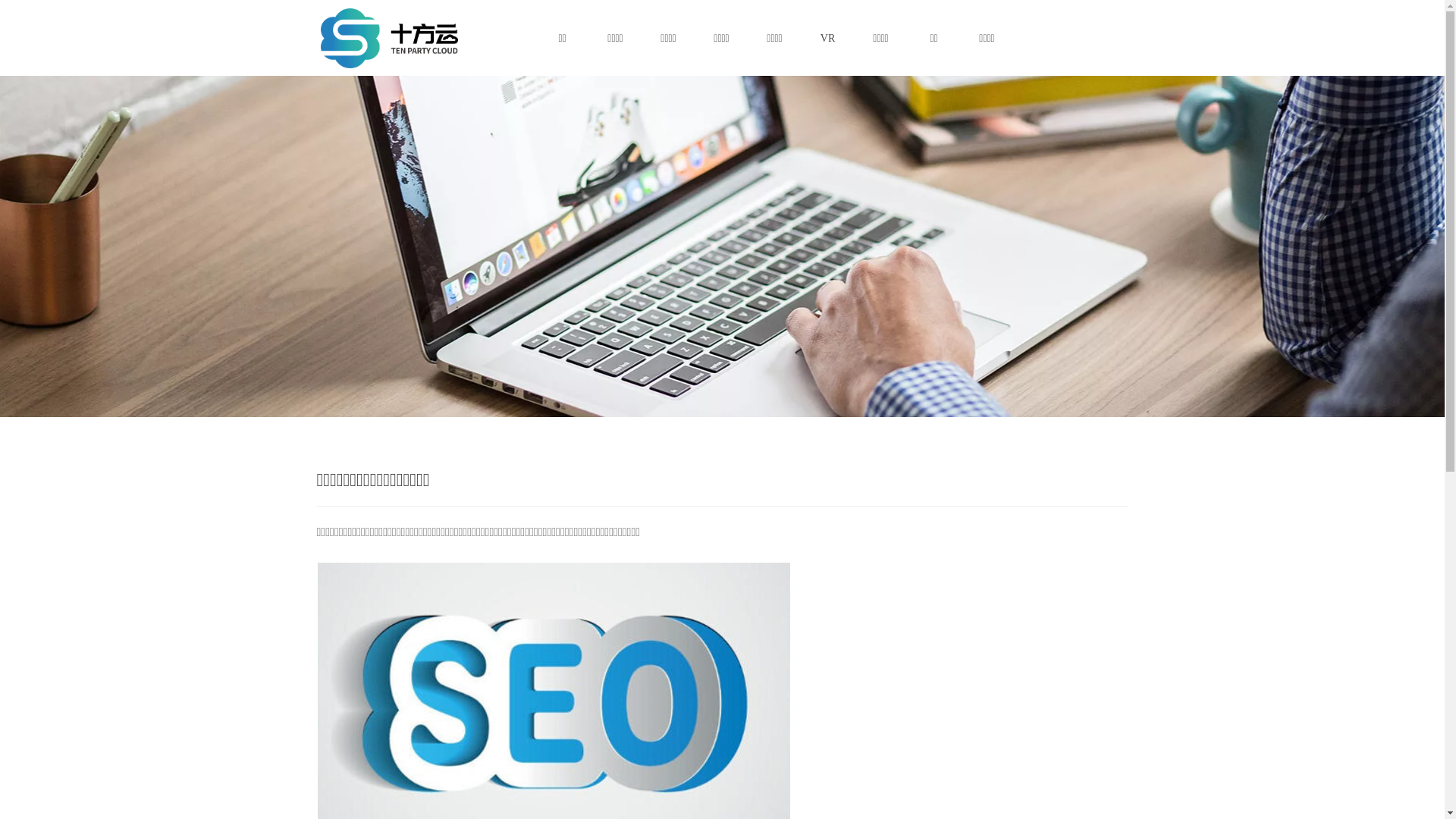  Describe the element at coordinates (826, 37) in the screenshot. I see `'VR'` at that location.